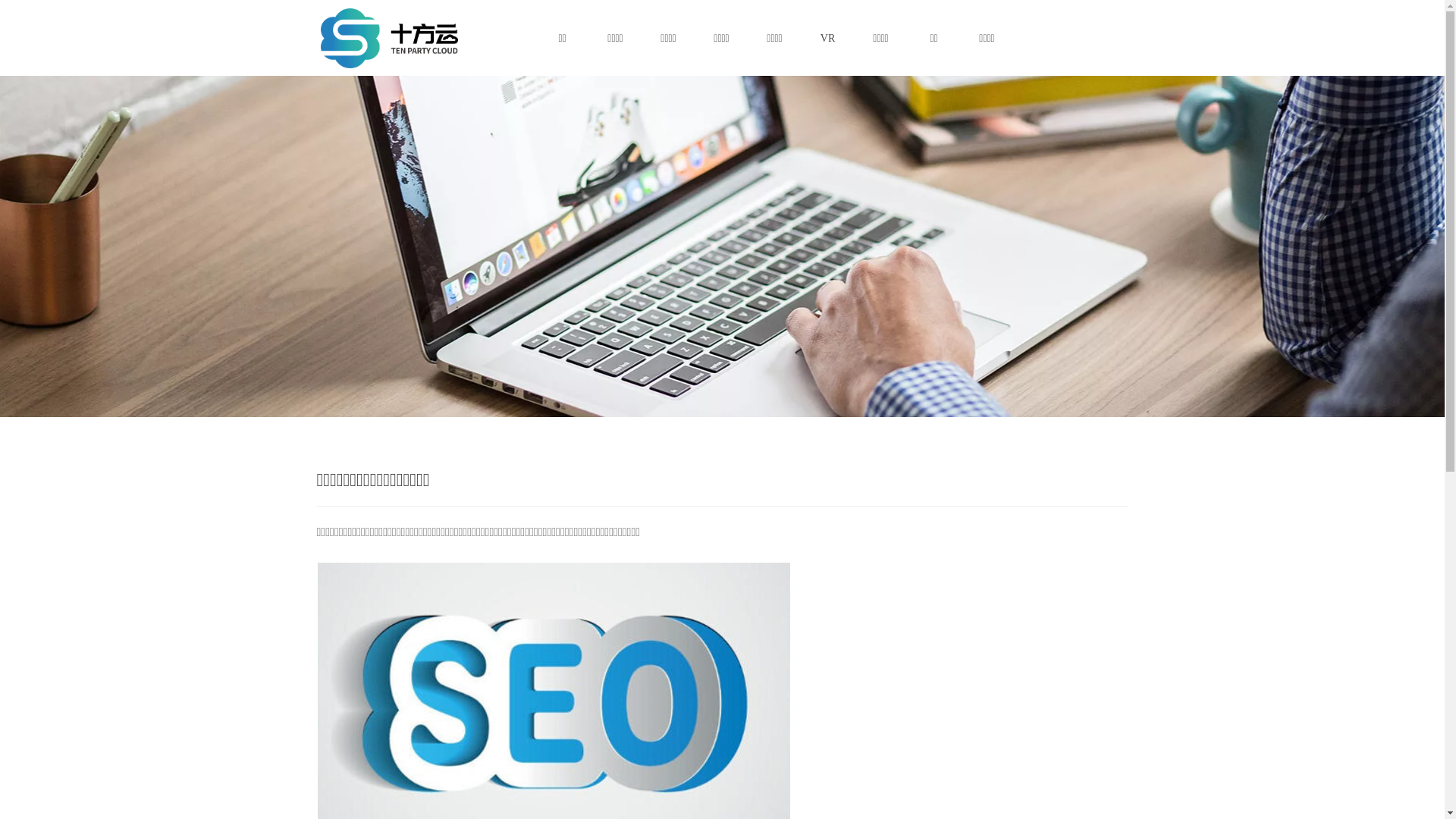  Describe the element at coordinates (826, 37) in the screenshot. I see `'VR'` at that location.